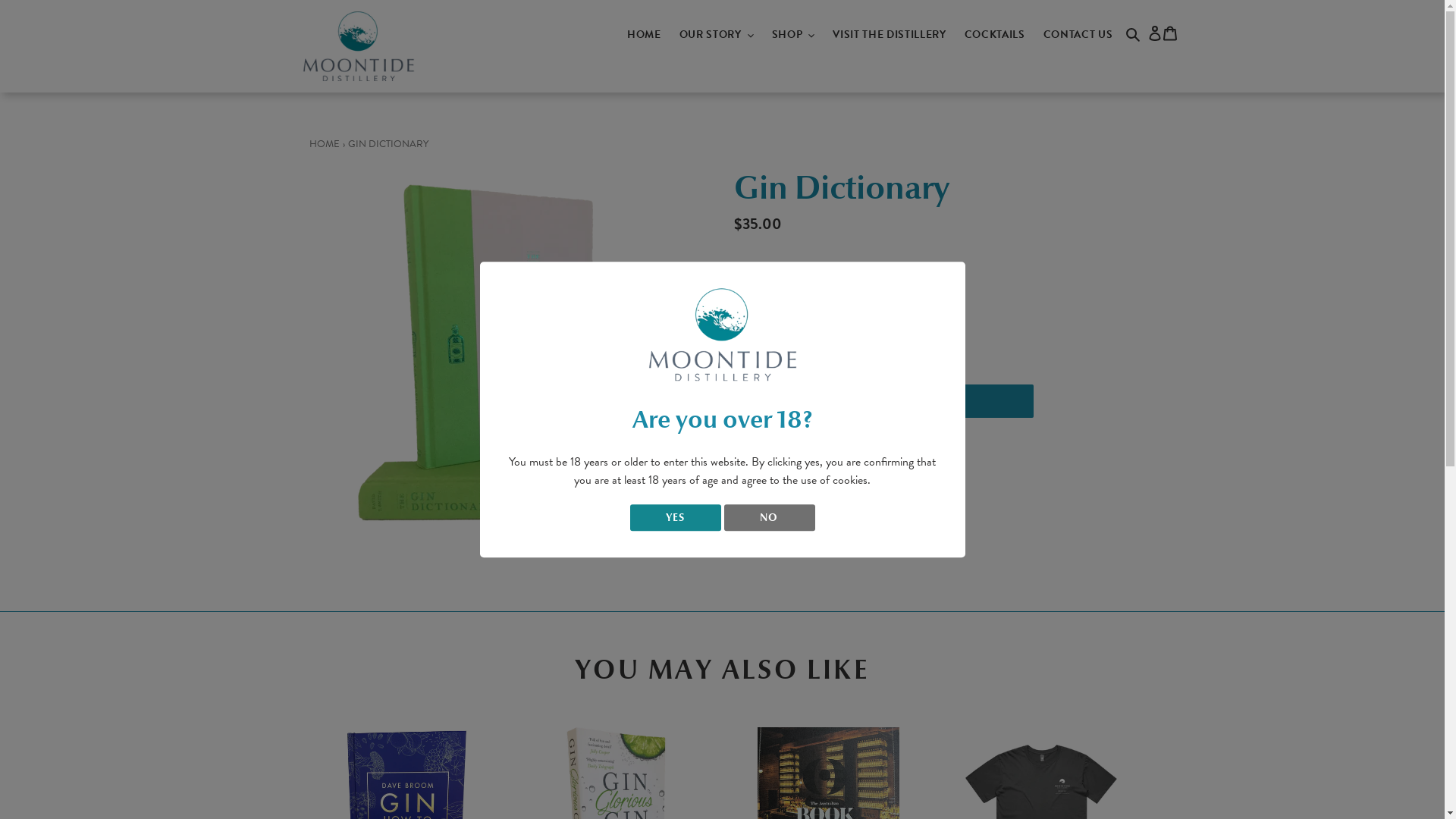  Describe the element at coordinates (673, 516) in the screenshot. I see `'YES'` at that location.